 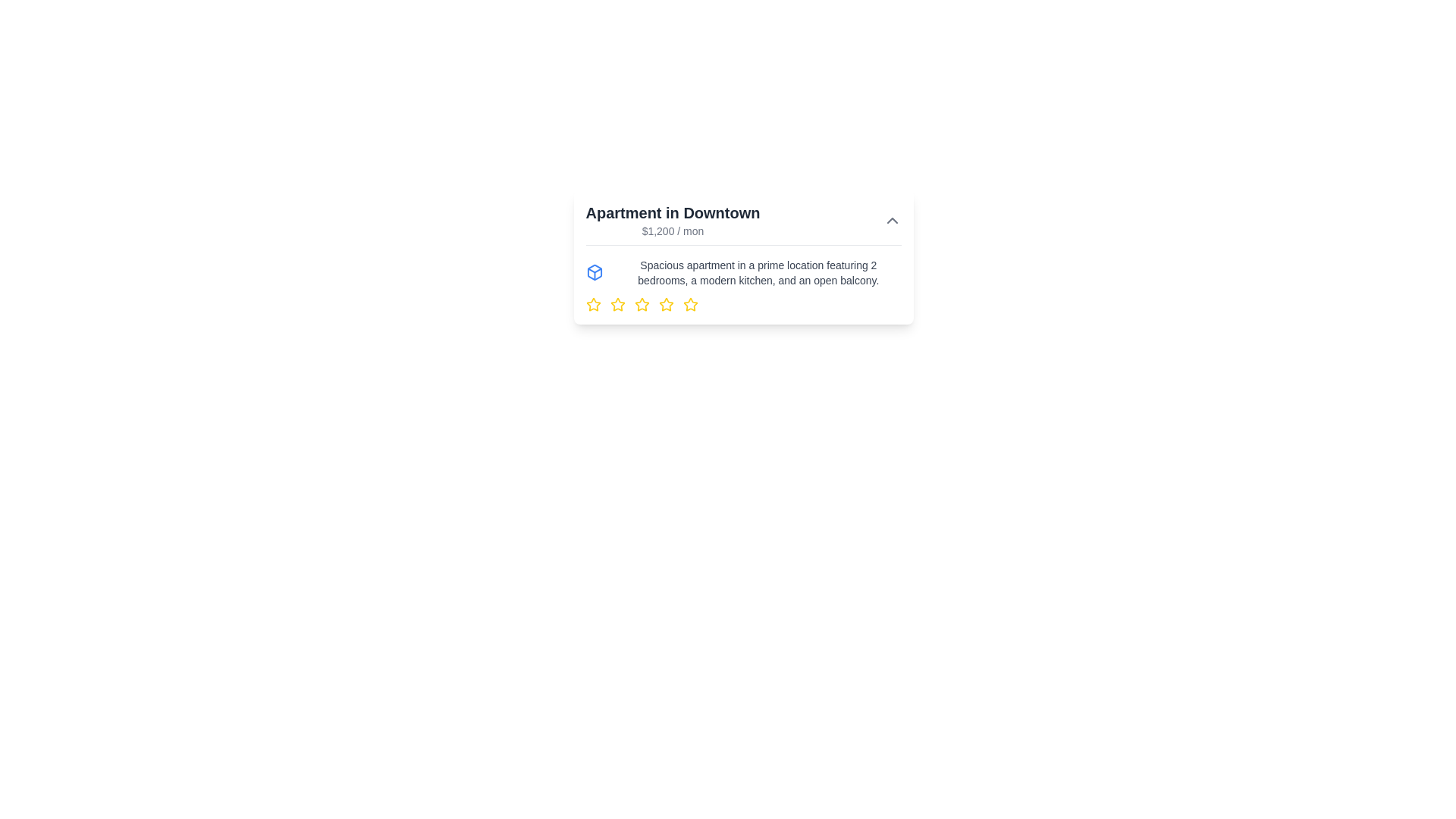 What do you see at coordinates (689, 304) in the screenshot?
I see `the third star icon in the rating widget` at bounding box center [689, 304].